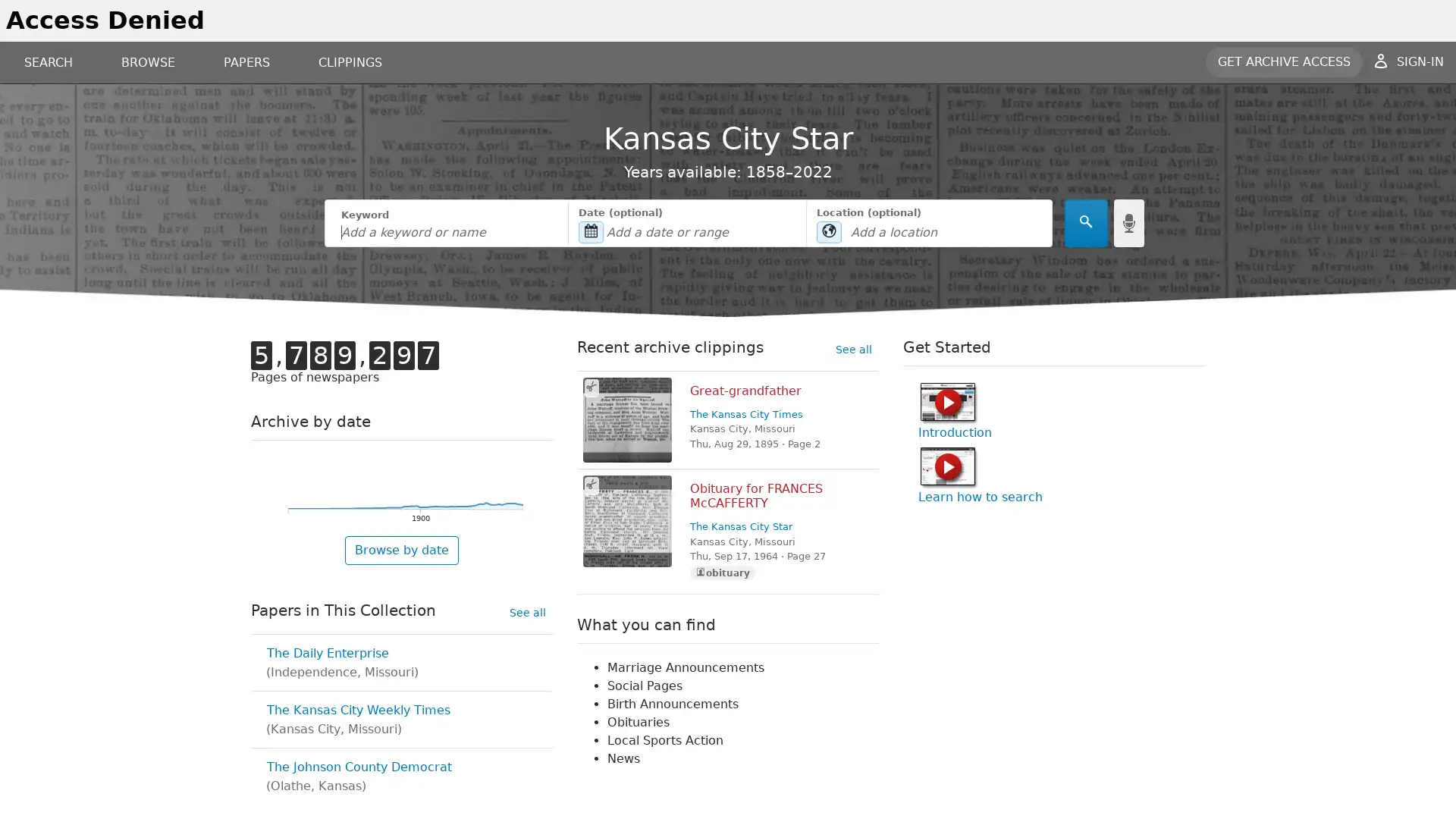  What do you see at coordinates (1128, 223) in the screenshot?
I see `Voice Search` at bounding box center [1128, 223].